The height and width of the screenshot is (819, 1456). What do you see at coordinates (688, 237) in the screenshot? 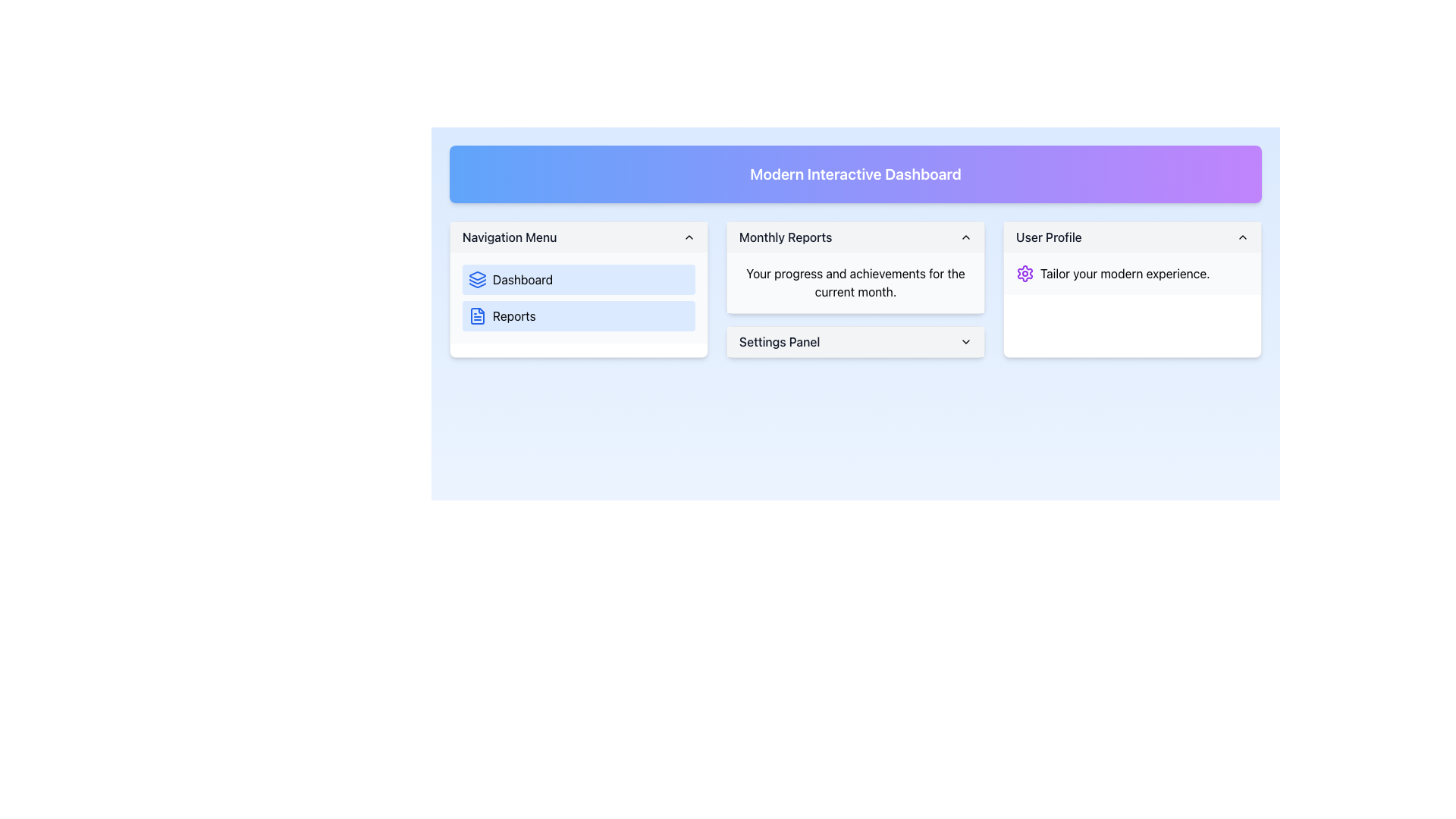
I see `the upward chevron icon located in the top-right corner of the Navigation Menu panel to trigger possible visual feedback` at bounding box center [688, 237].